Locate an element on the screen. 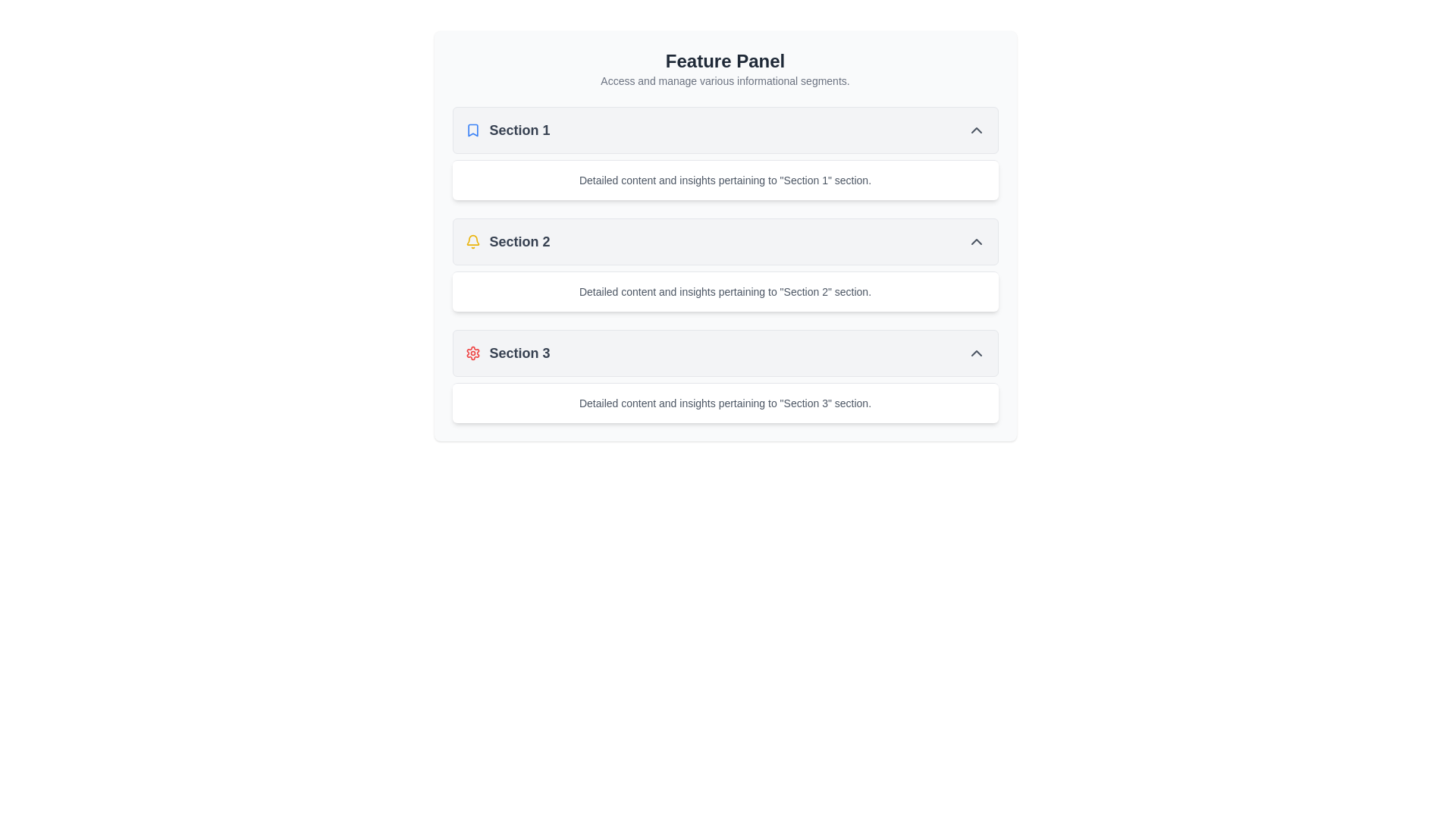 This screenshot has width=1456, height=819. the blue bookmark icon located to the left of the 'Section 1' label at the top of the list is located at coordinates (472, 130).